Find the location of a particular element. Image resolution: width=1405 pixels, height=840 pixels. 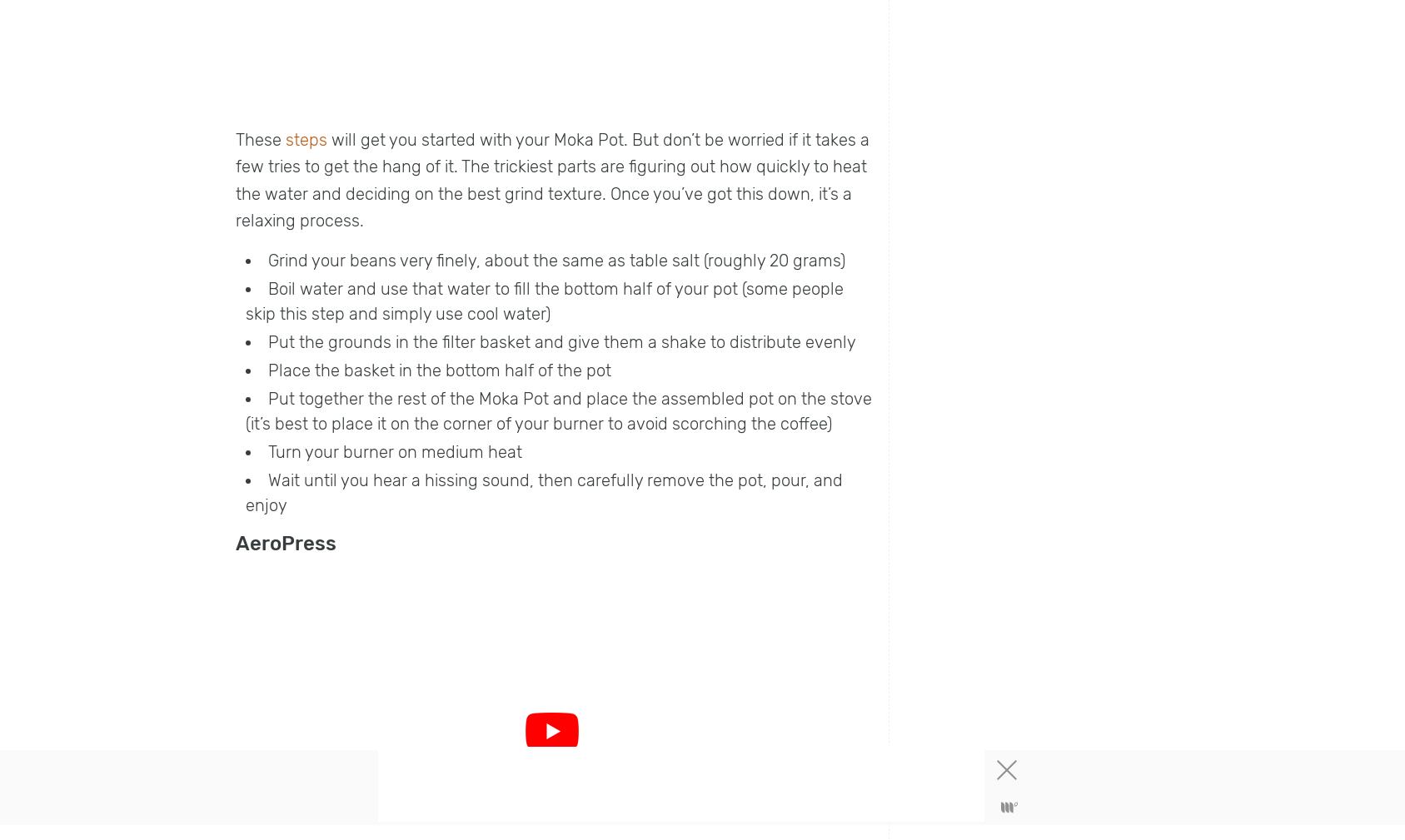

'AeroPress' is located at coordinates (285, 543).